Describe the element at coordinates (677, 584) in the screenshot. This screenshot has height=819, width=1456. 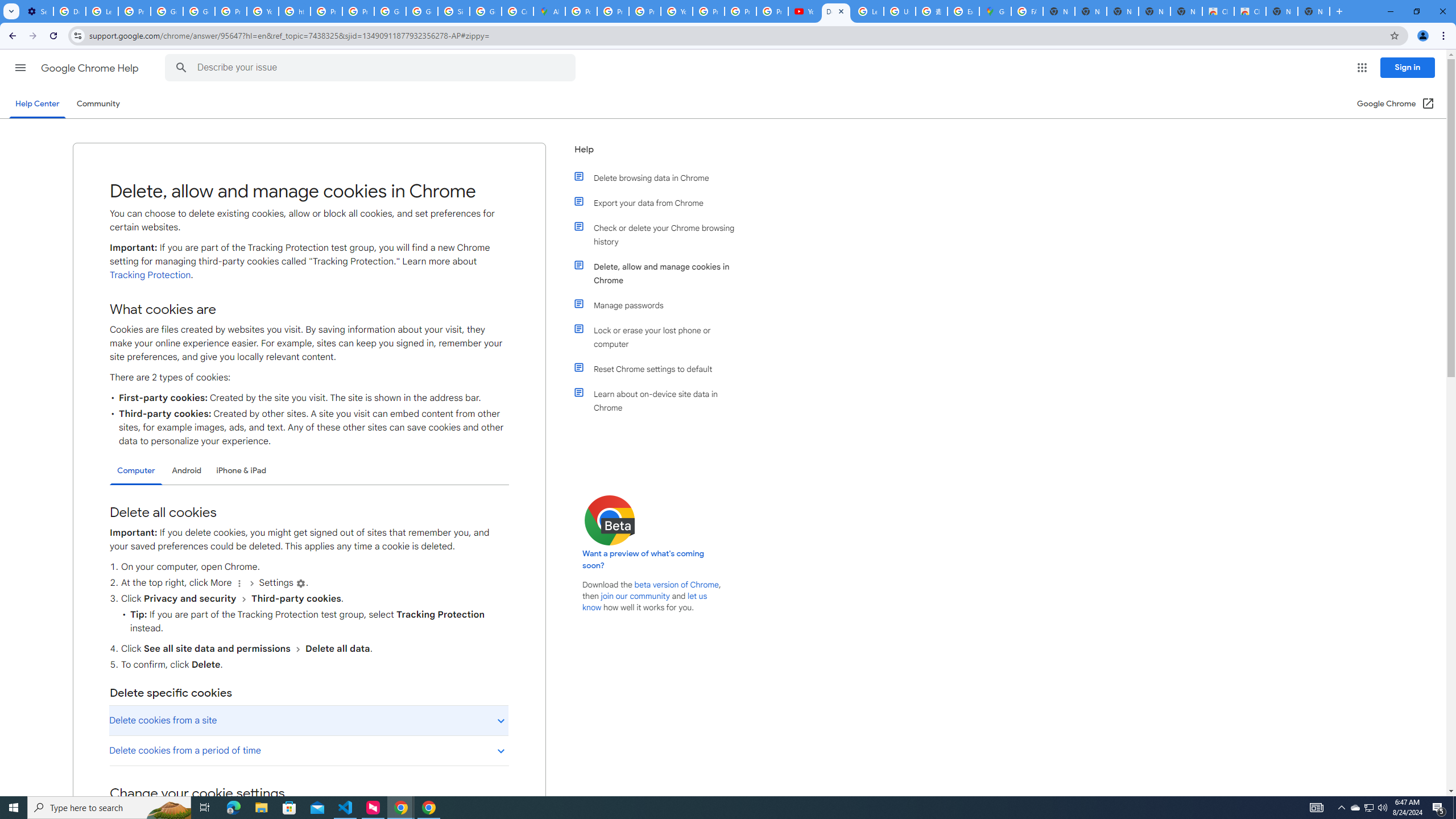
I see `'beta version of Chrome'` at that location.